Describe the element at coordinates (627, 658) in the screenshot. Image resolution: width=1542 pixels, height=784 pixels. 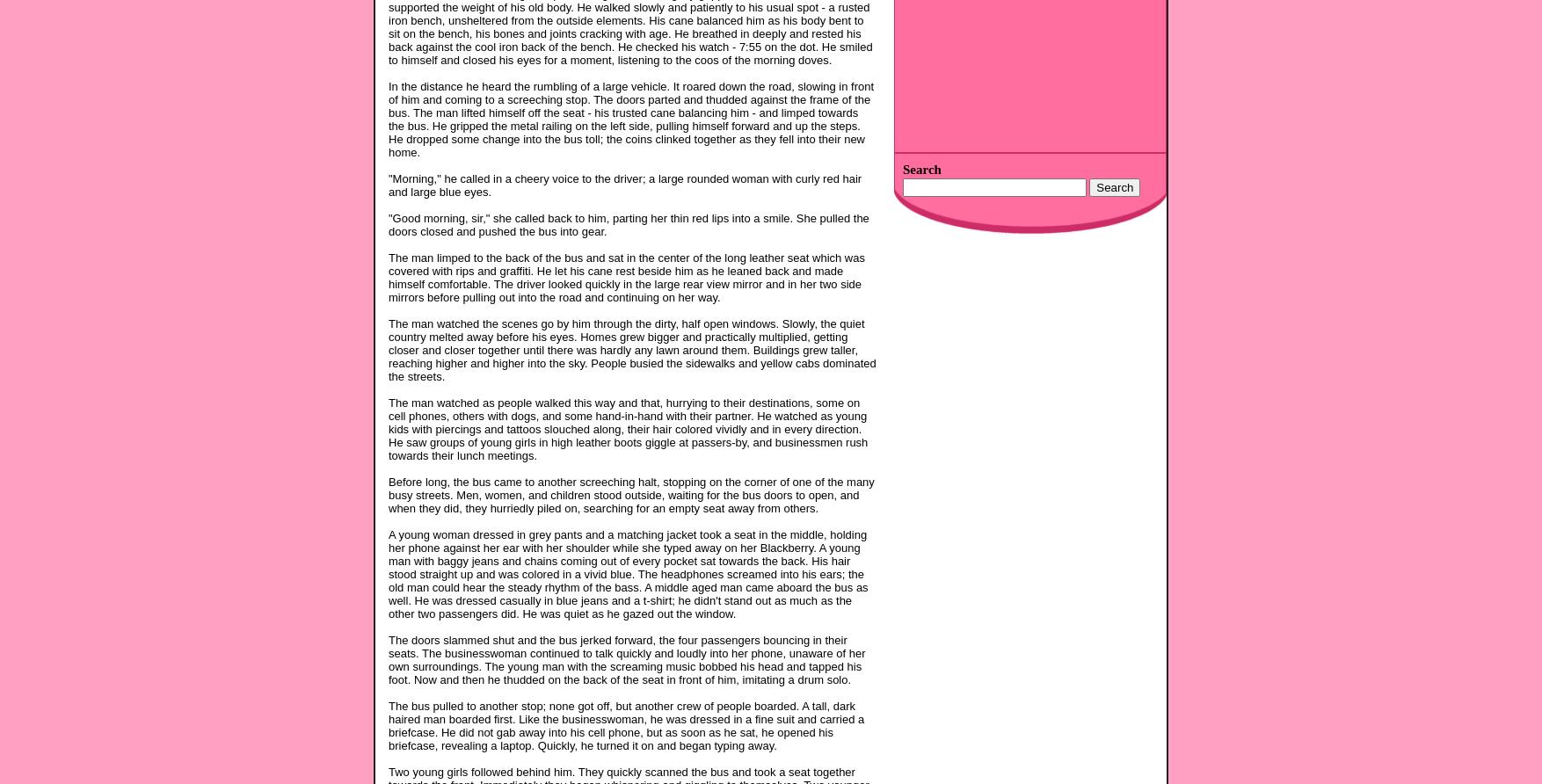
I see `'The doors slammed shut and the bus jerked forward, the four passengers bouncing in their seats. The businesswoman continued to talk quickly and loudly into her phone, unaware of her own surroundings. The young man with the screaming music bobbed his head and tapped his foot. Now and then he thudded on the back of the seat in front of him, imitating a drum solo.'` at that location.